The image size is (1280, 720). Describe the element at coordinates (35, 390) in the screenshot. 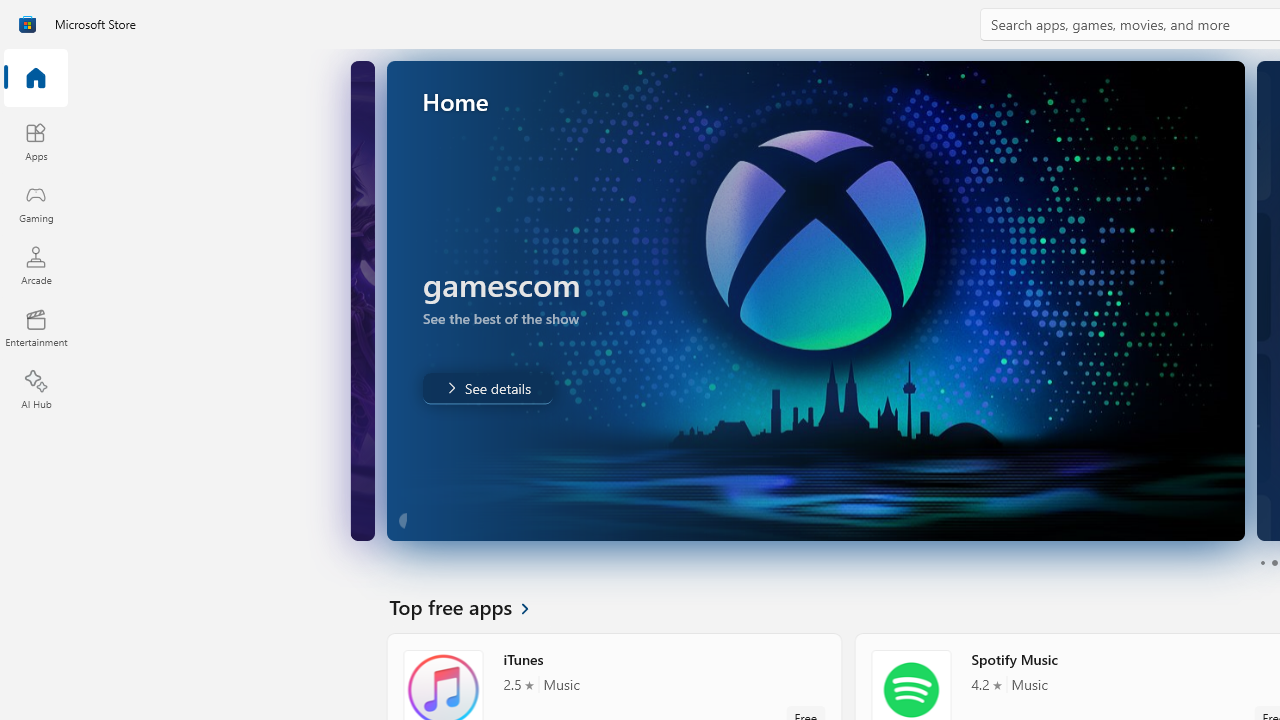

I see `'AI Hub'` at that location.